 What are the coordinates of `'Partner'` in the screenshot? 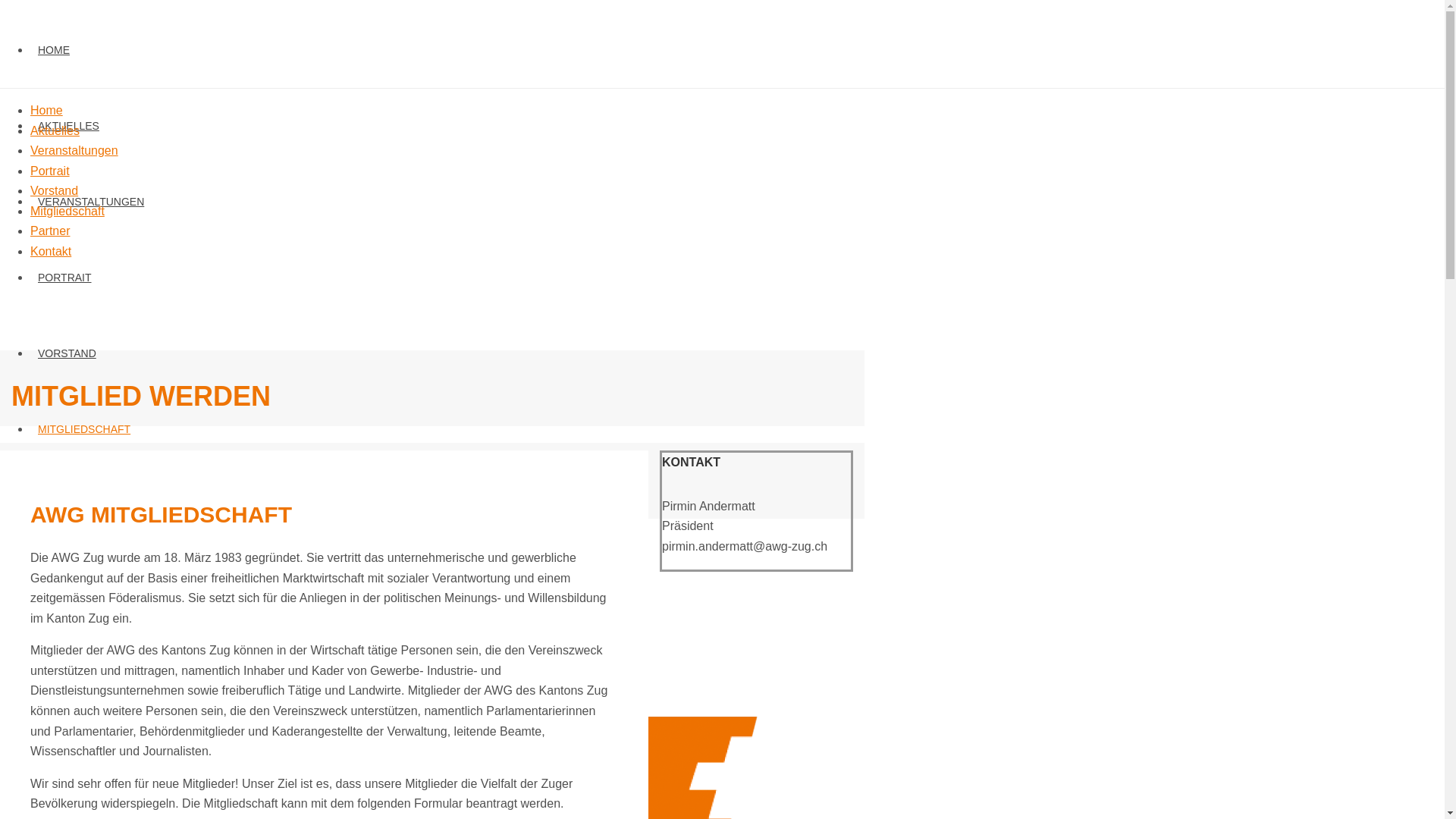 It's located at (50, 231).